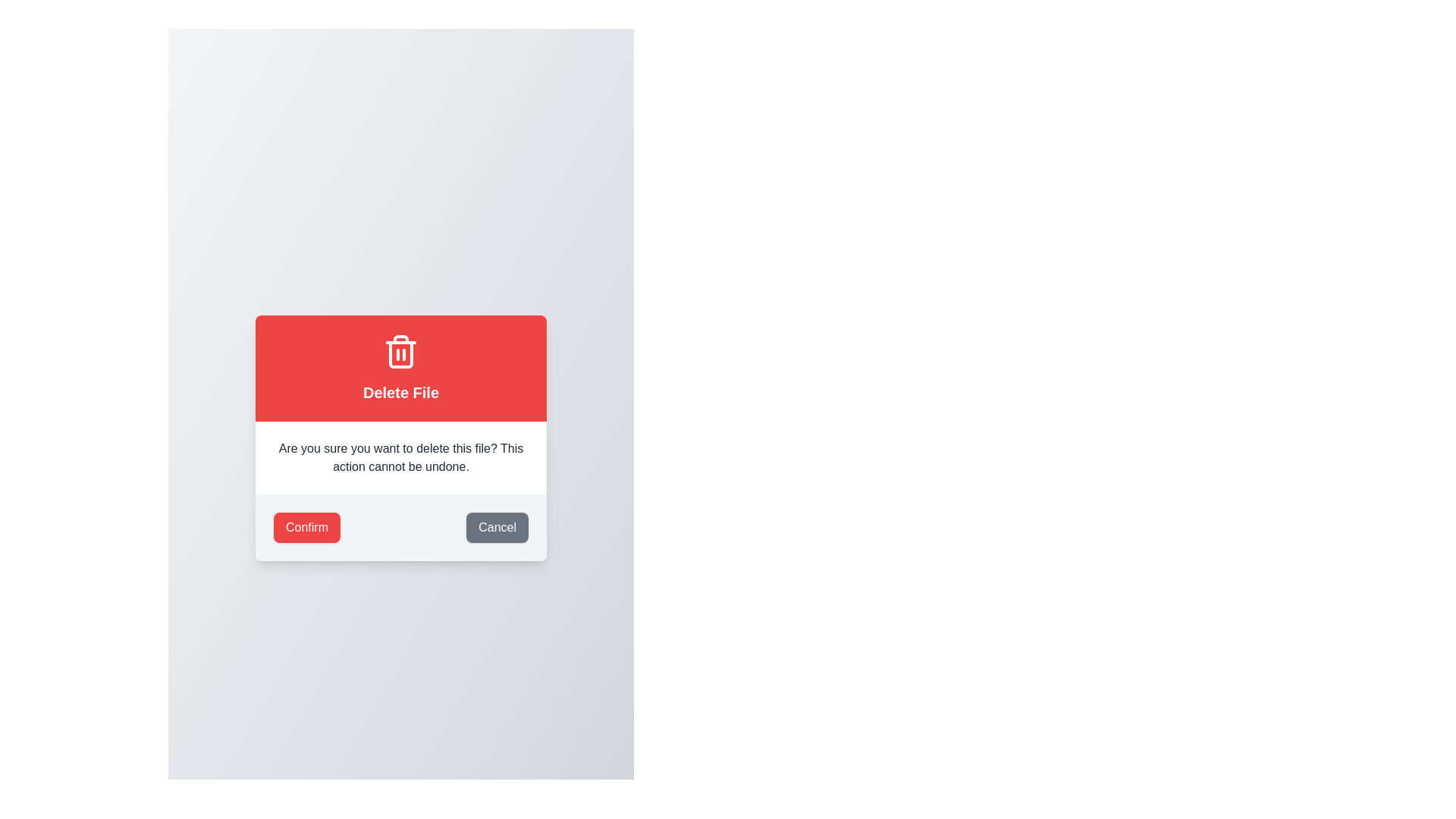 The height and width of the screenshot is (819, 1456). I want to click on the leftmost red confirmation button at the bottom of the dialog to approve the operation described, so click(306, 526).